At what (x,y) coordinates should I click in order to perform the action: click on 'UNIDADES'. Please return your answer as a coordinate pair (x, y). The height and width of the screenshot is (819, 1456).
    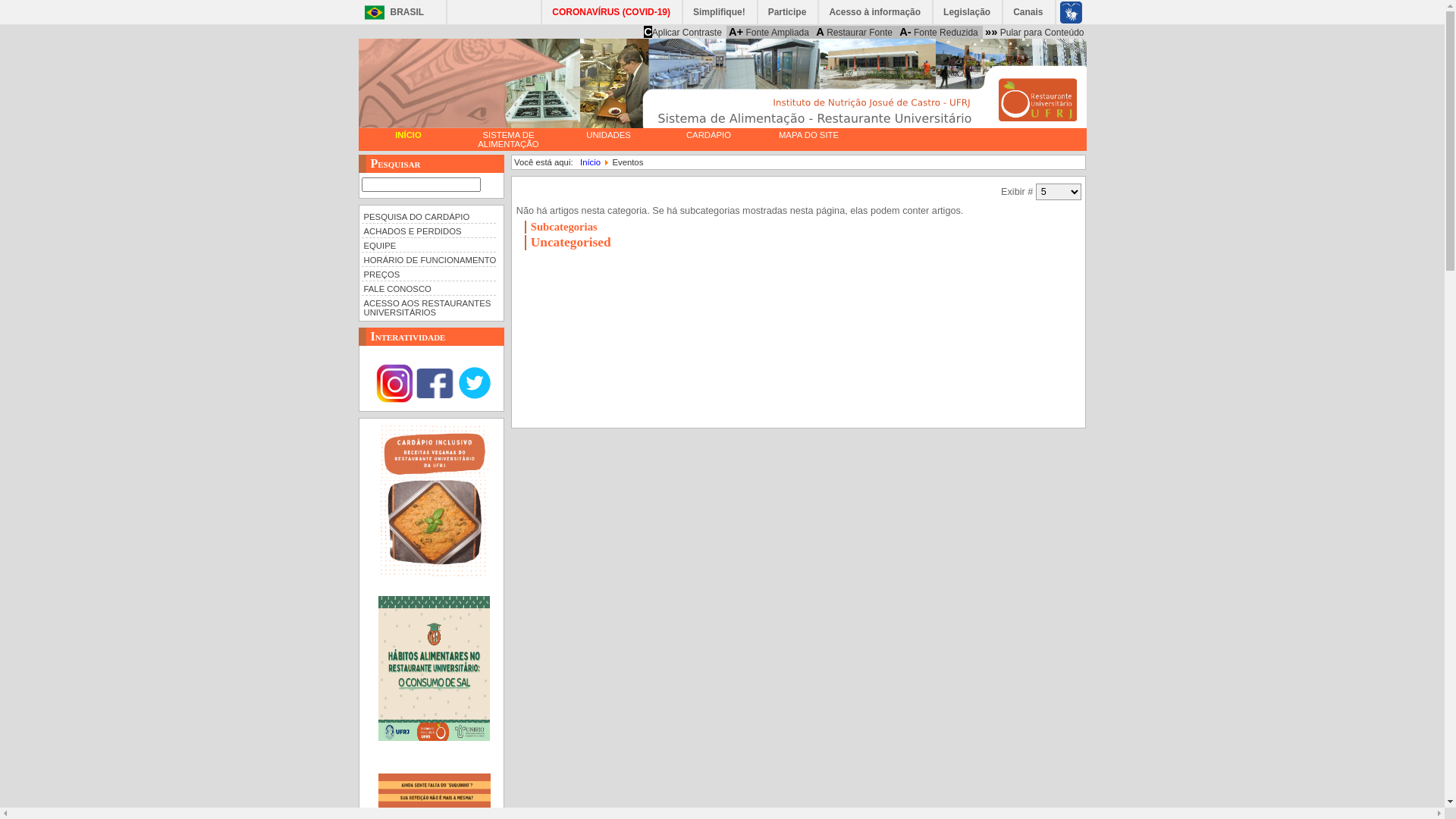
    Looking at the image, I should click on (607, 133).